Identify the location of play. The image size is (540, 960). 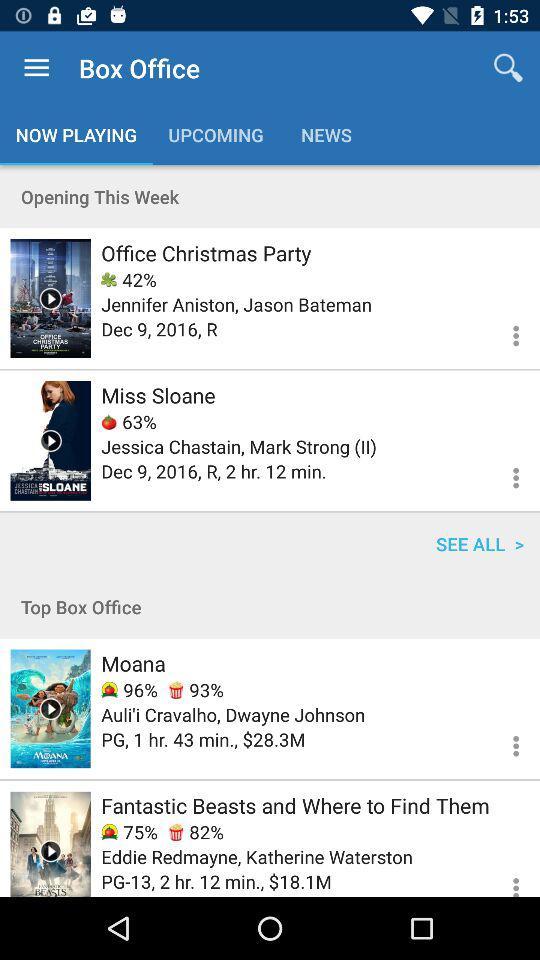
(50, 843).